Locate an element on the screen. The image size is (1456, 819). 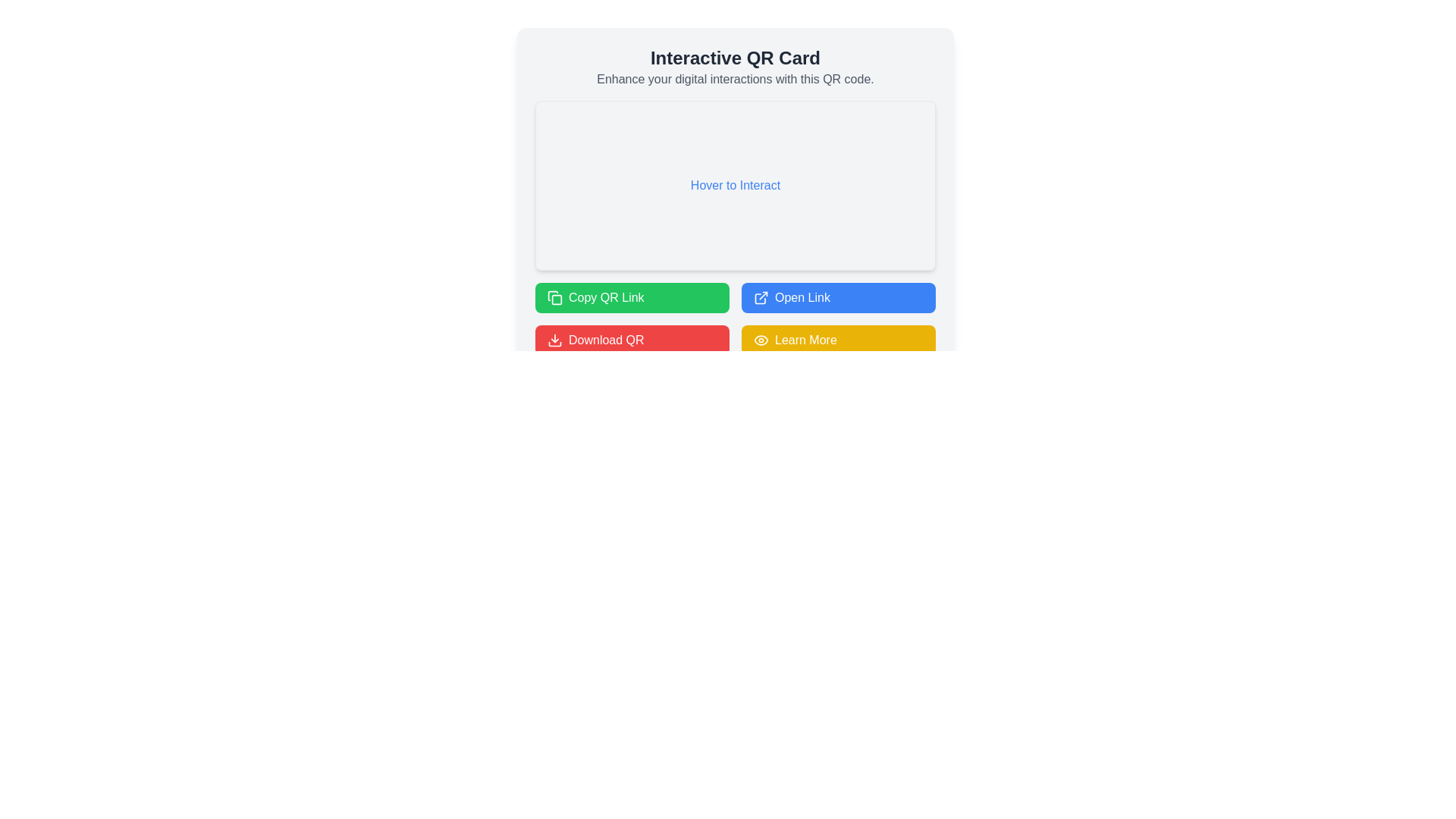
the 'Copy QR Link' button, which features a decorative 'Copy' icon centrally located within it is located at coordinates (556, 300).